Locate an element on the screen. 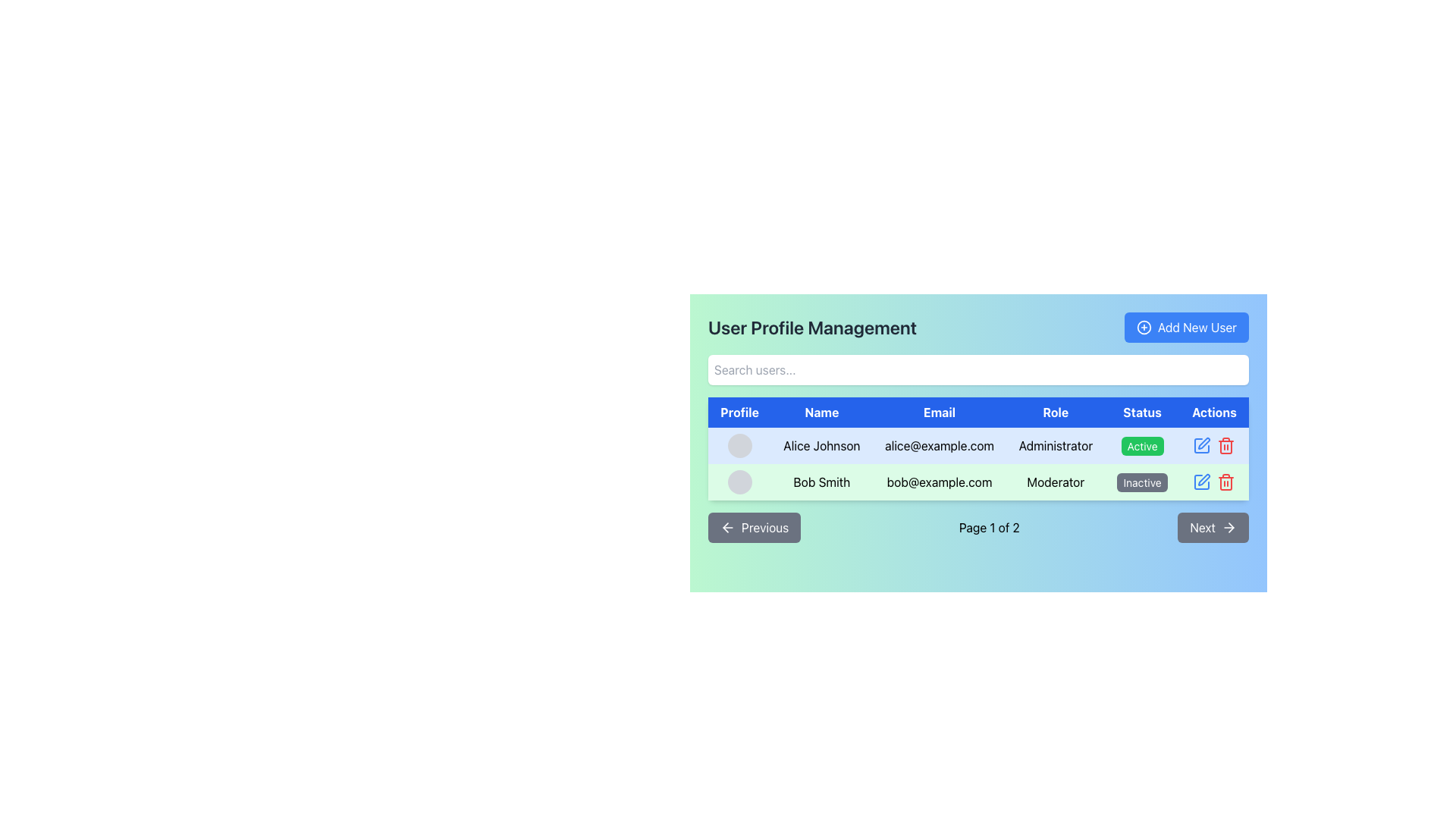  the small rectangular button with a green background and white text that reads 'Active' located in the 'Status' column for 'Alice Johnson', positioned between the 'Role' and 'Actions' columns is located at coordinates (1142, 444).